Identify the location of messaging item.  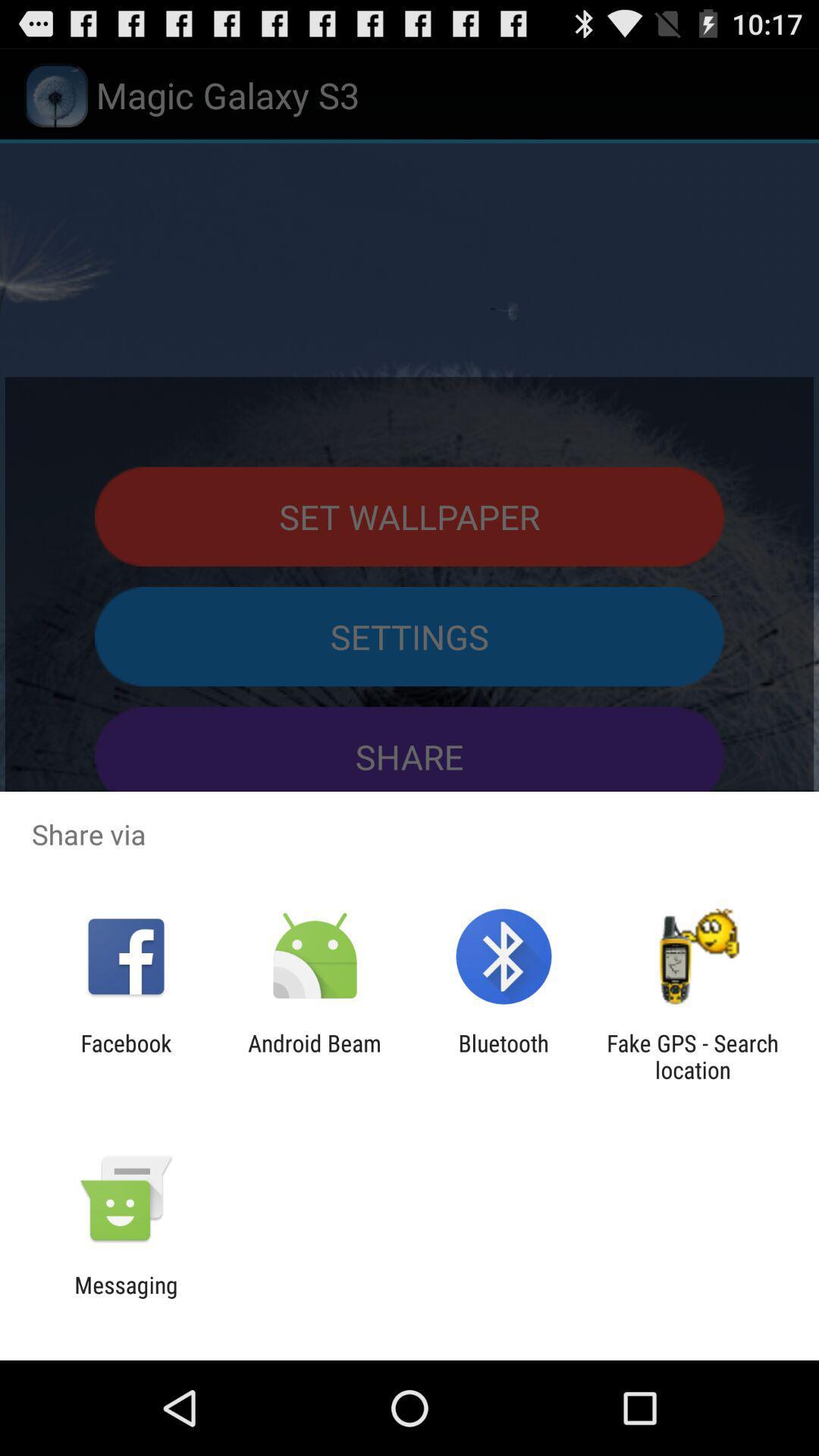
(125, 1298).